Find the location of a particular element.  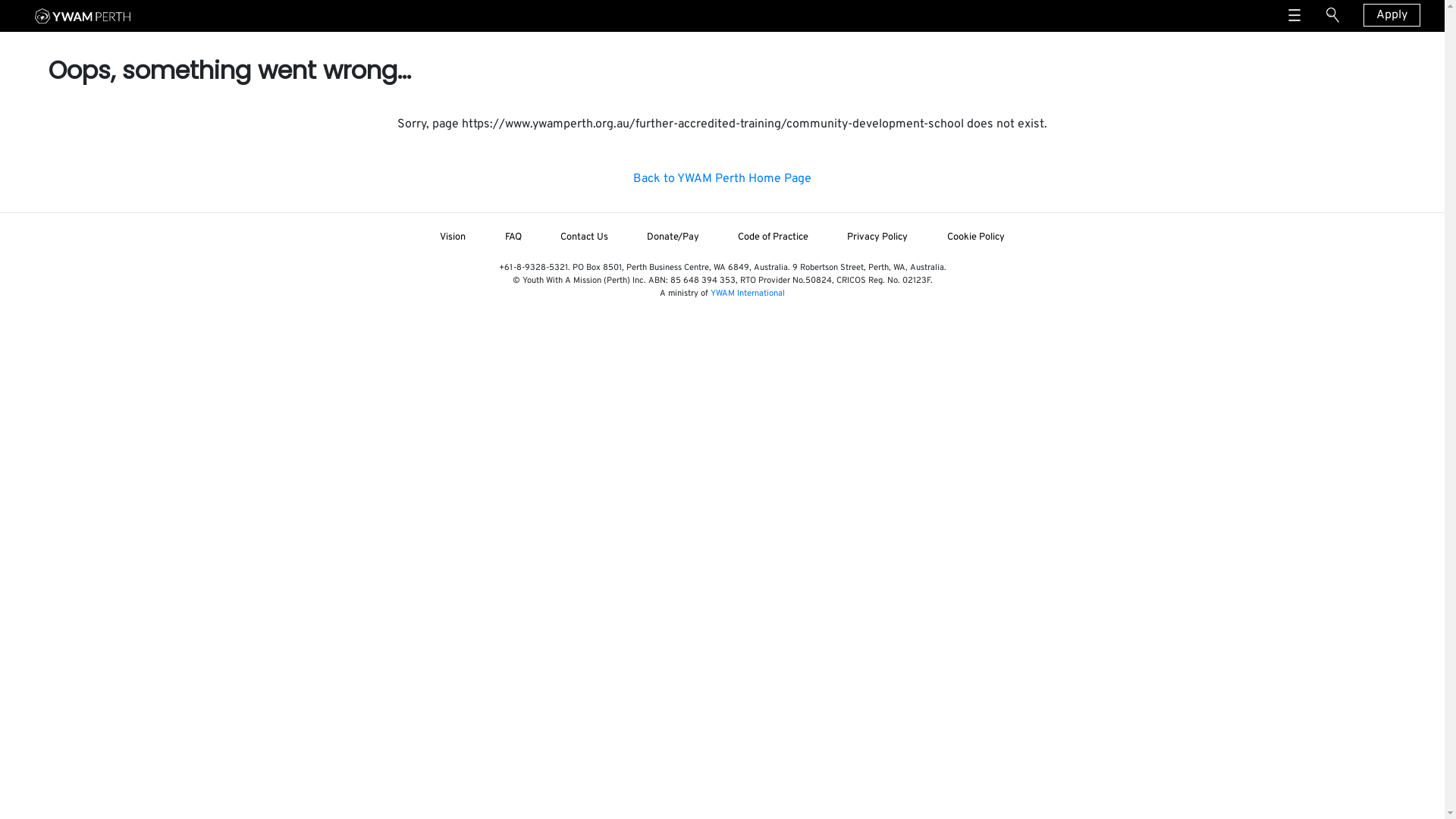

'Back to YWAM Perth Home Page' is located at coordinates (721, 177).